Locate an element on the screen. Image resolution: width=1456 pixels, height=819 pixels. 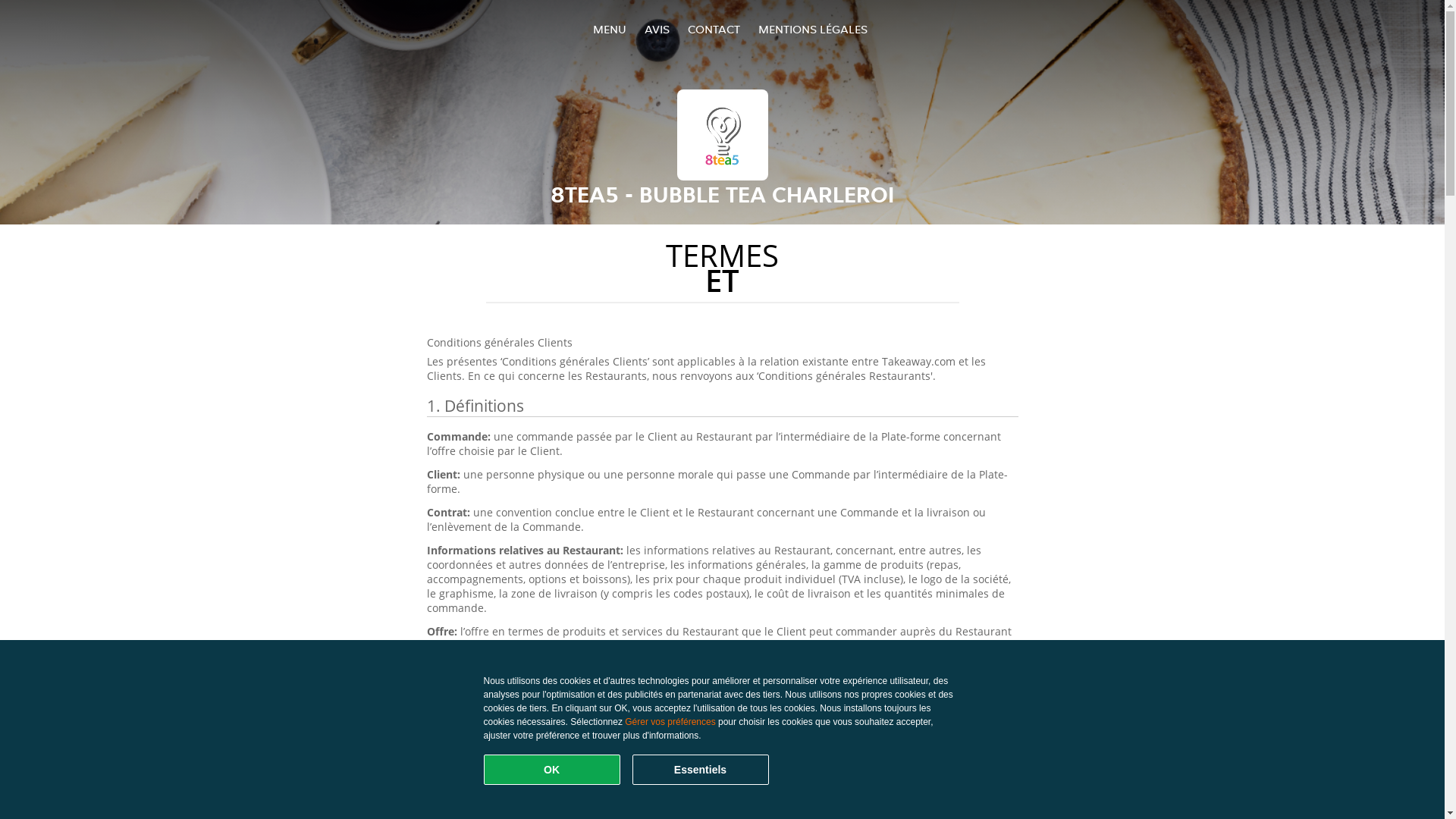
'OK' is located at coordinates (551, 769).